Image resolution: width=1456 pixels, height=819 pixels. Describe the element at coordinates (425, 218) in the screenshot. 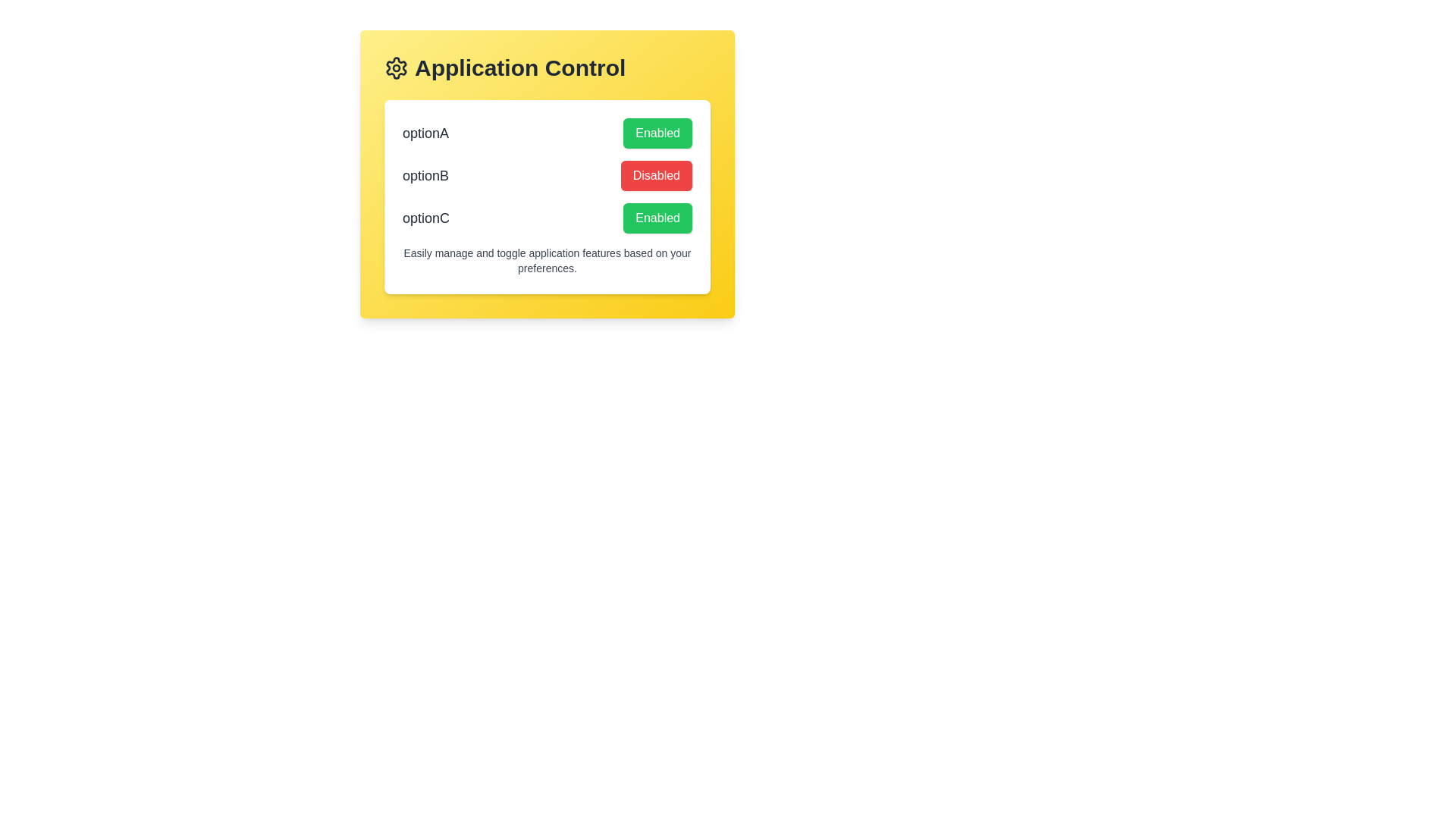

I see `the Text Label displaying 'optionC', which is styled in large gray font on a white background, located within the 'Application Control' panel, aligned left of the 'Enabled' button` at that location.